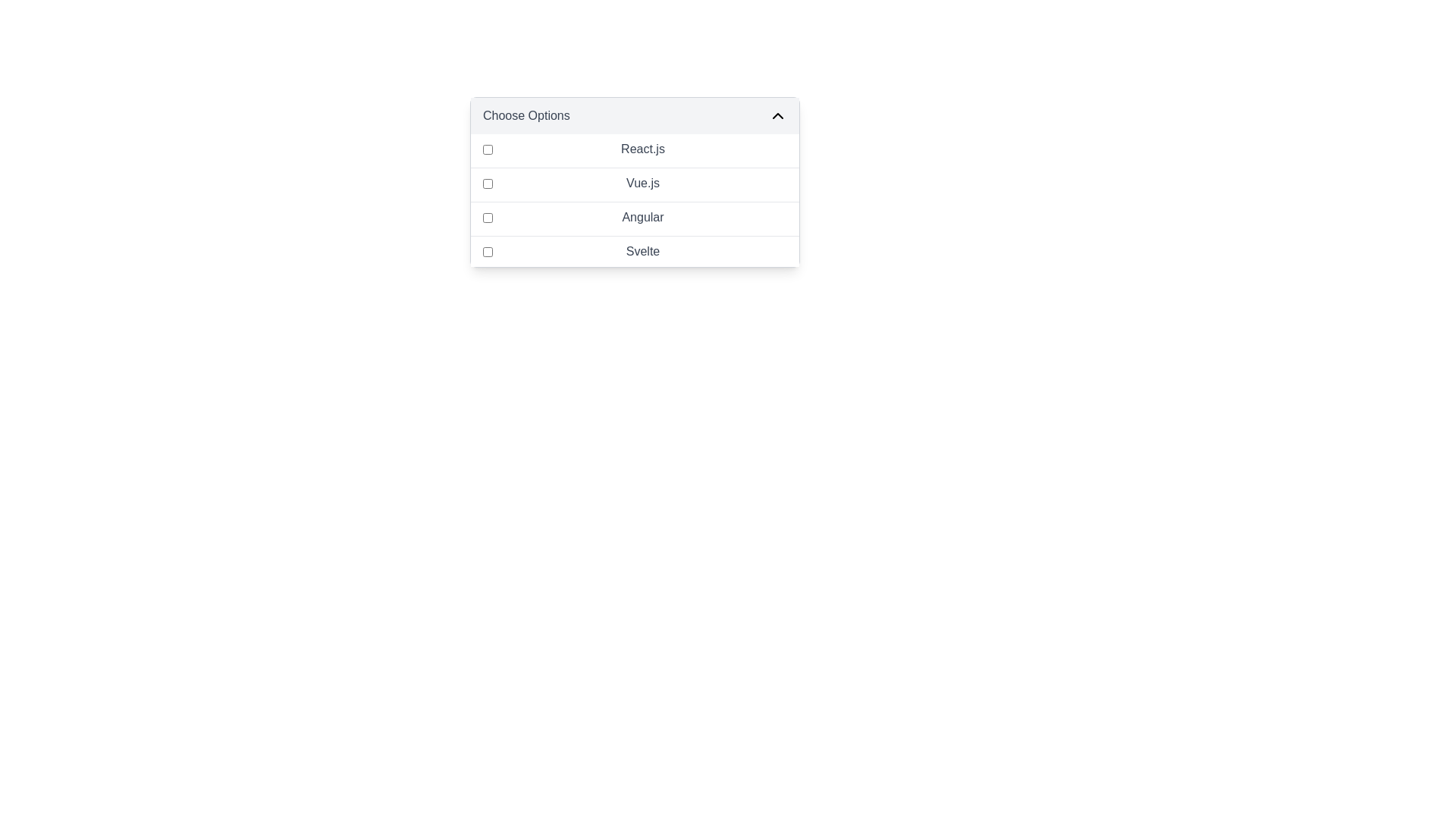 The width and height of the screenshot is (1456, 819). What do you see at coordinates (635, 250) in the screenshot?
I see `the checkbox labeled 'Svelte'` at bounding box center [635, 250].